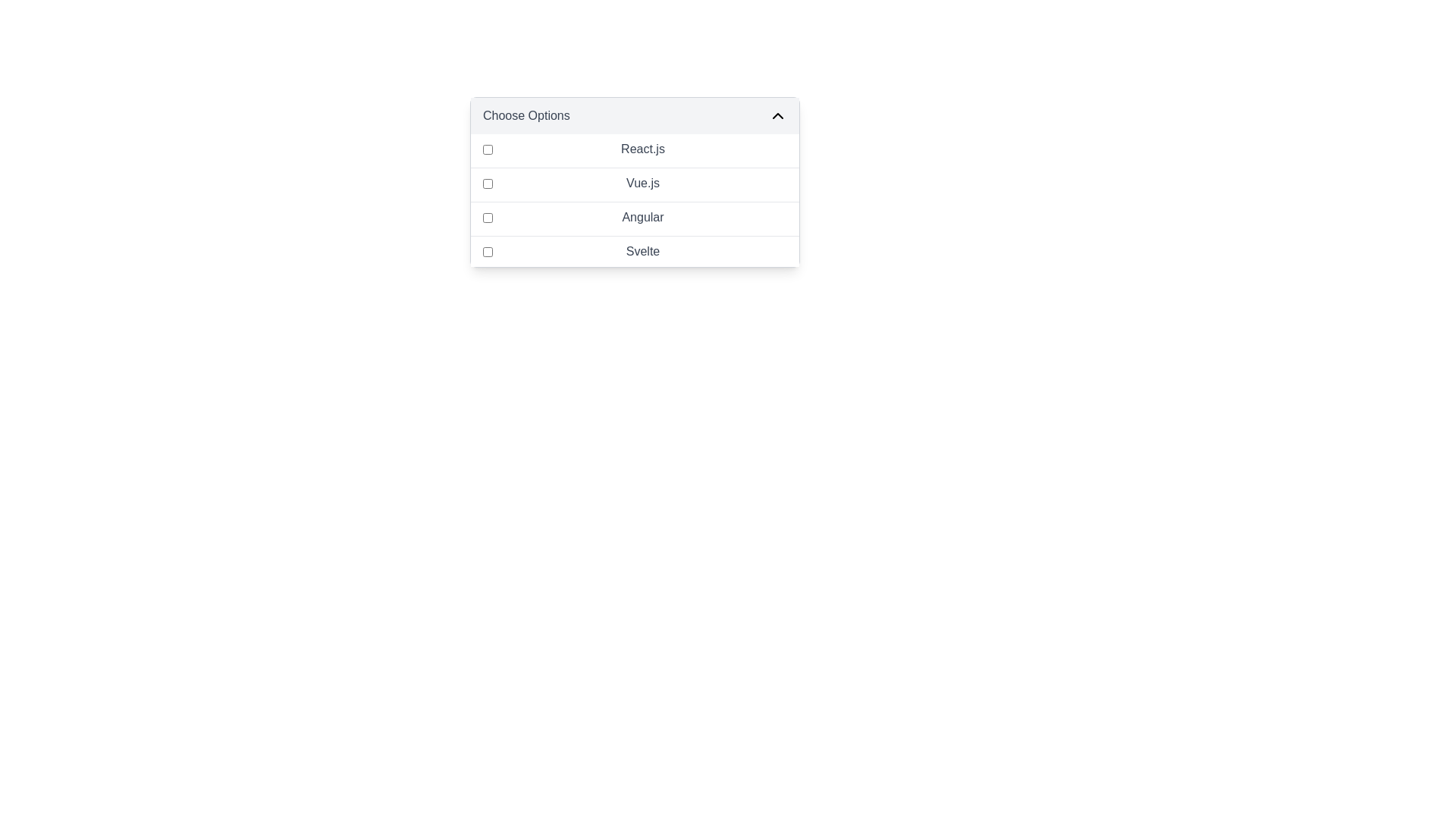 The width and height of the screenshot is (1456, 819). What do you see at coordinates (635, 250) in the screenshot?
I see `the checkbox labeled 'Svelte'` at bounding box center [635, 250].